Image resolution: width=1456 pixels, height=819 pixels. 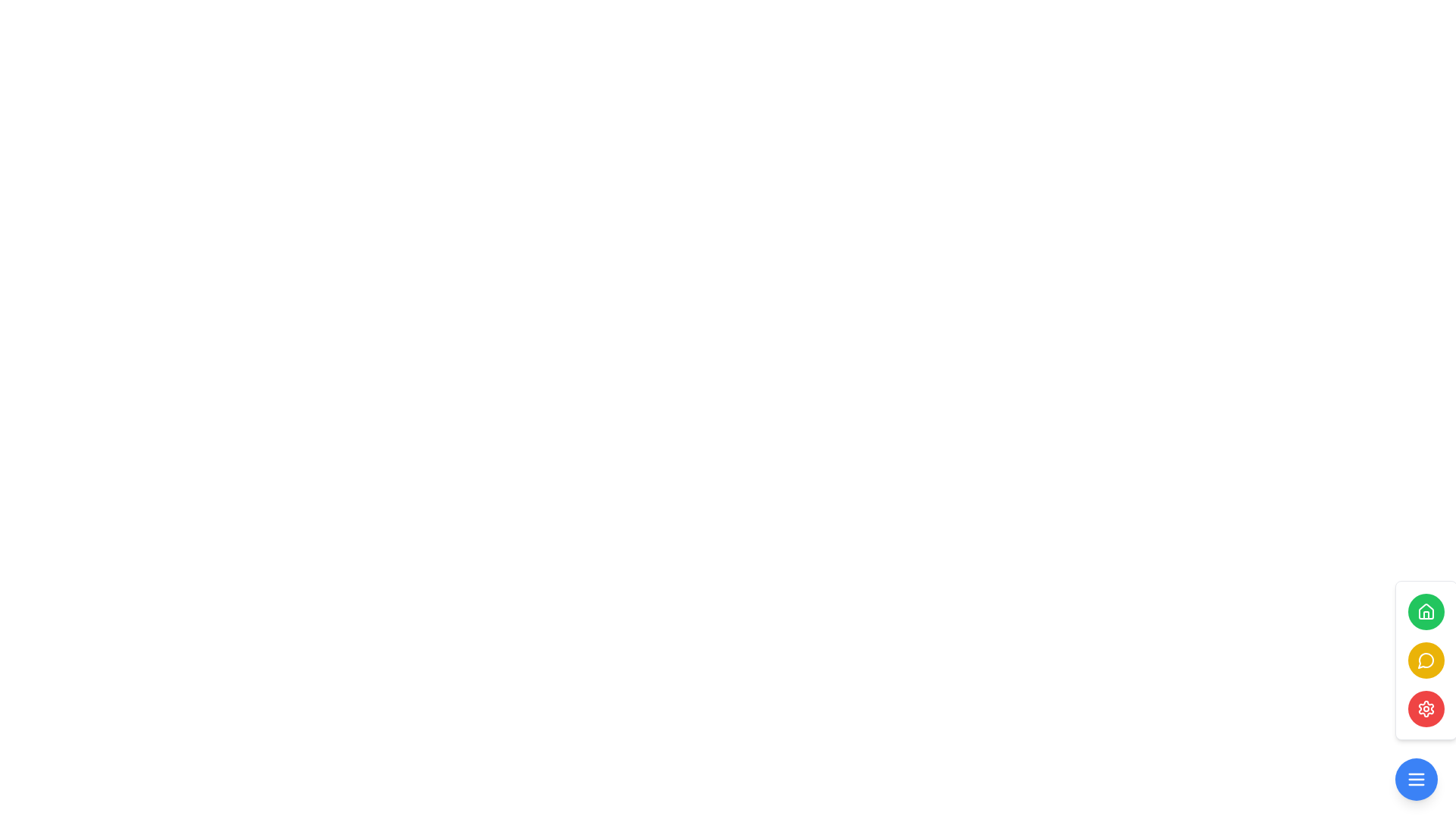 What do you see at coordinates (1415, 780) in the screenshot?
I see `the circular blue button with three white horizontal lines in the center` at bounding box center [1415, 780].